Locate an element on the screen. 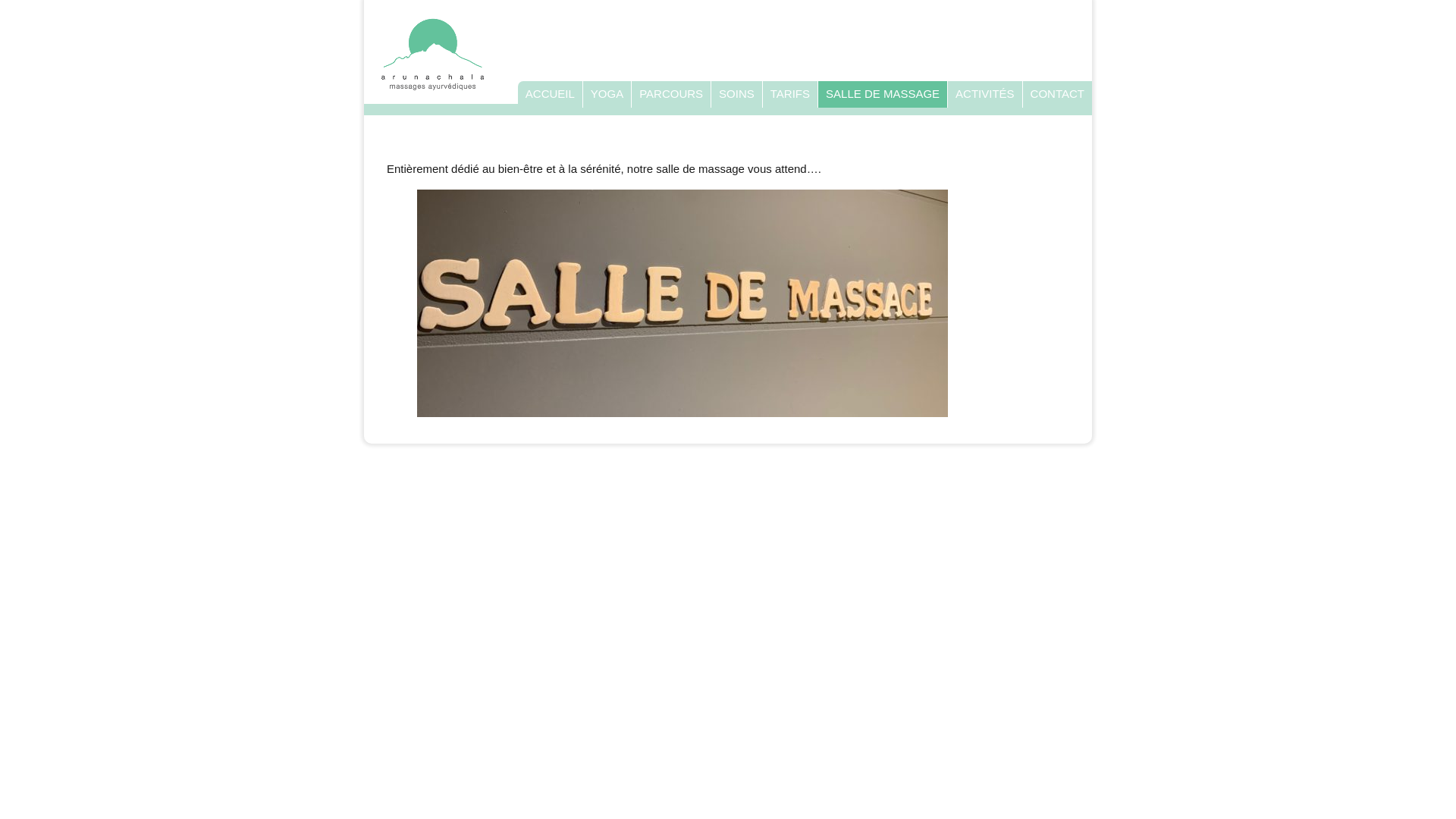 This screenshot has height=819, width=1456. 'TARIFS' is located at coordinates (789, 93).